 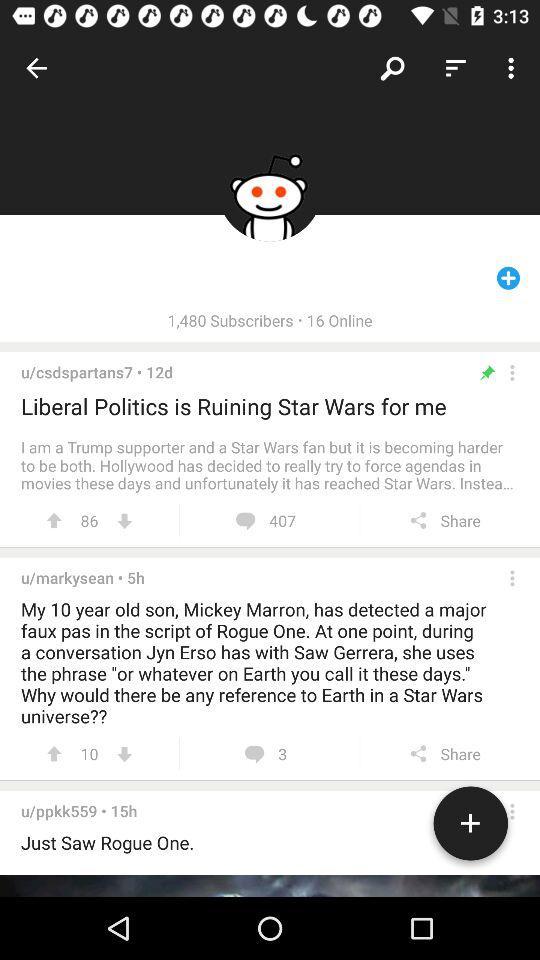 I want to click on ellipsis toggle user info message history, so click(x=512, y=578).